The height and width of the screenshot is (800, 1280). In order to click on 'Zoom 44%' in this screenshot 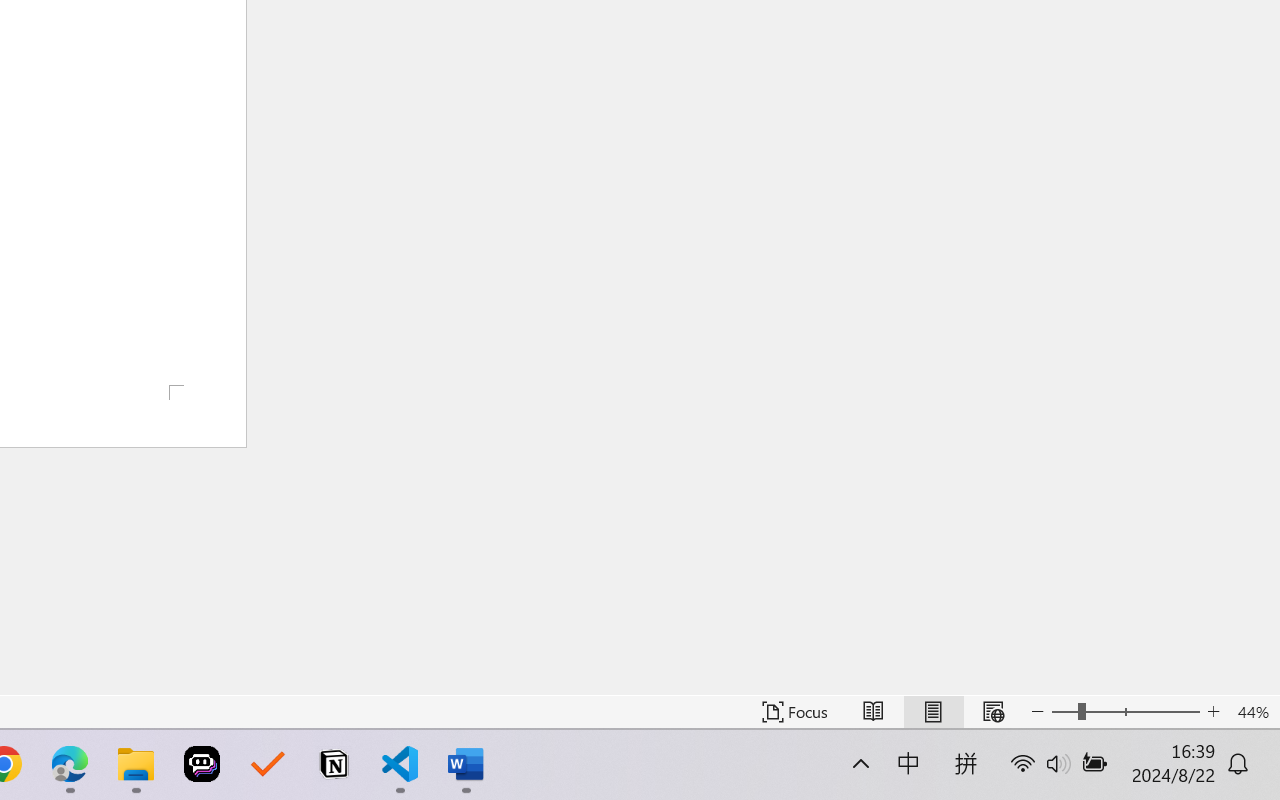, I will do `click(1252, 711)`.